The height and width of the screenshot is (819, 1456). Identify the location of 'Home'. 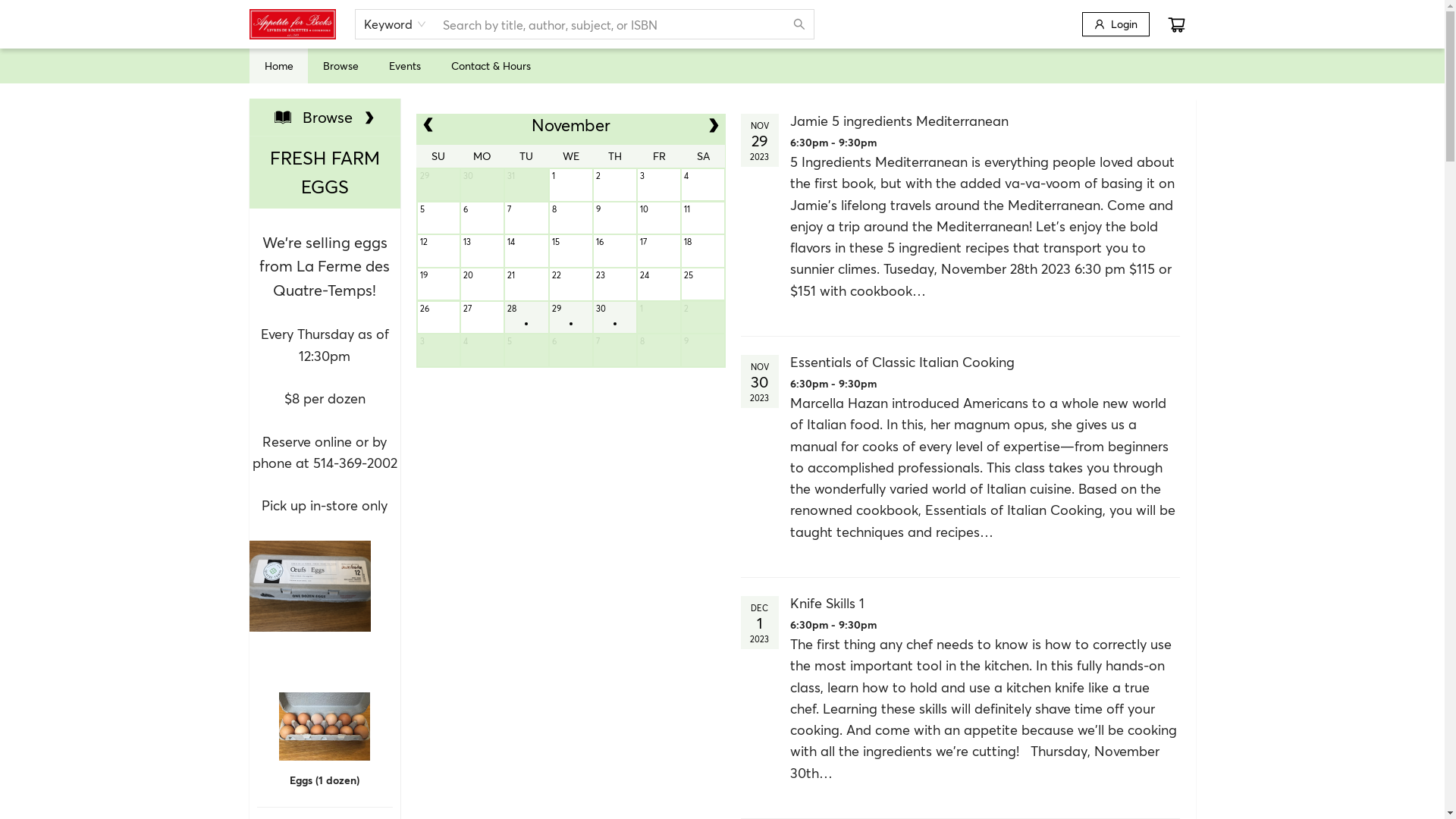
(278, 64).